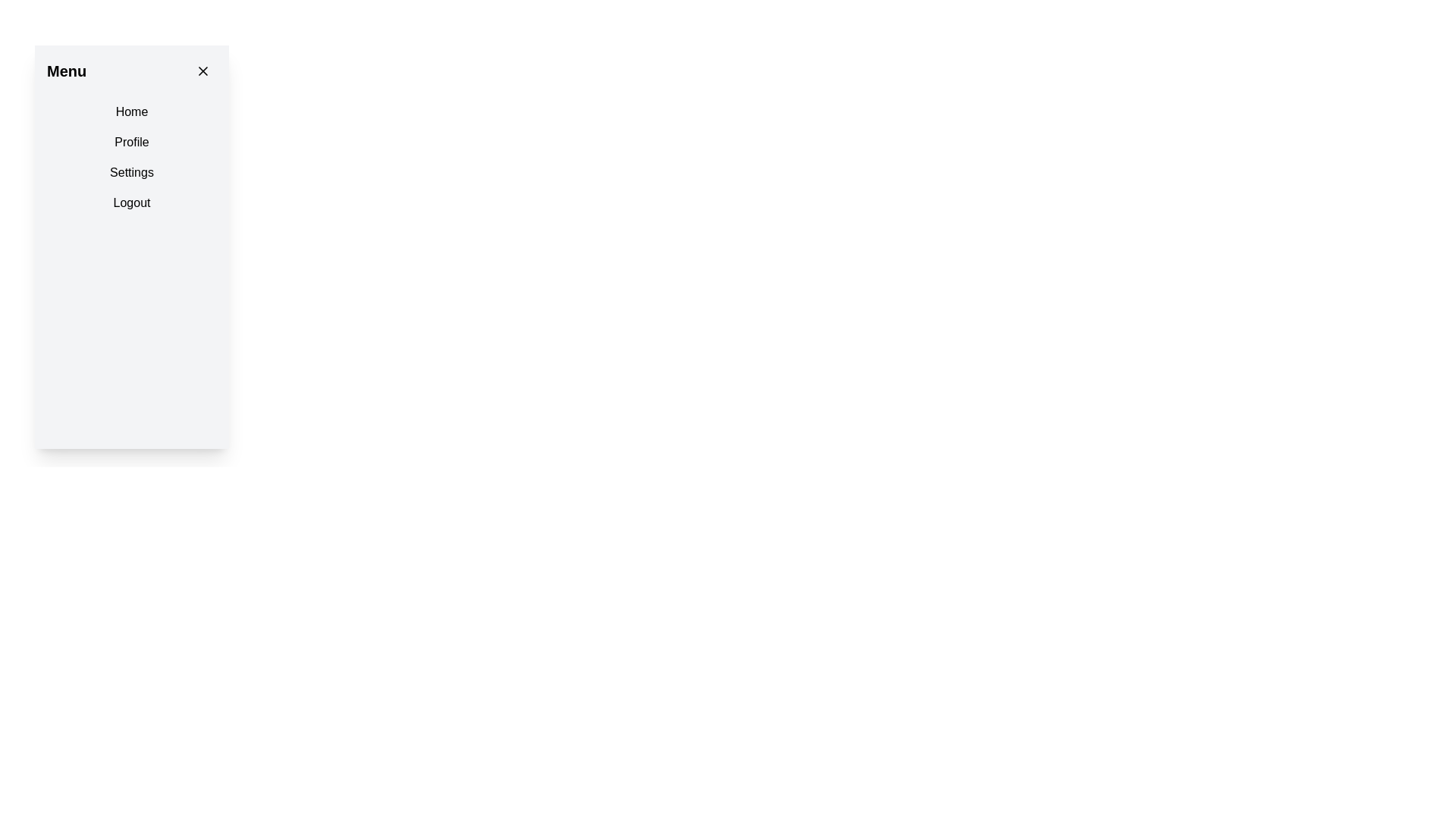 The image size is (1456, 819). I want to click on the close button located at the top-right corner of the menu panel, adjacent to the 'Menu' title, to change its background color, so click(202, 71).